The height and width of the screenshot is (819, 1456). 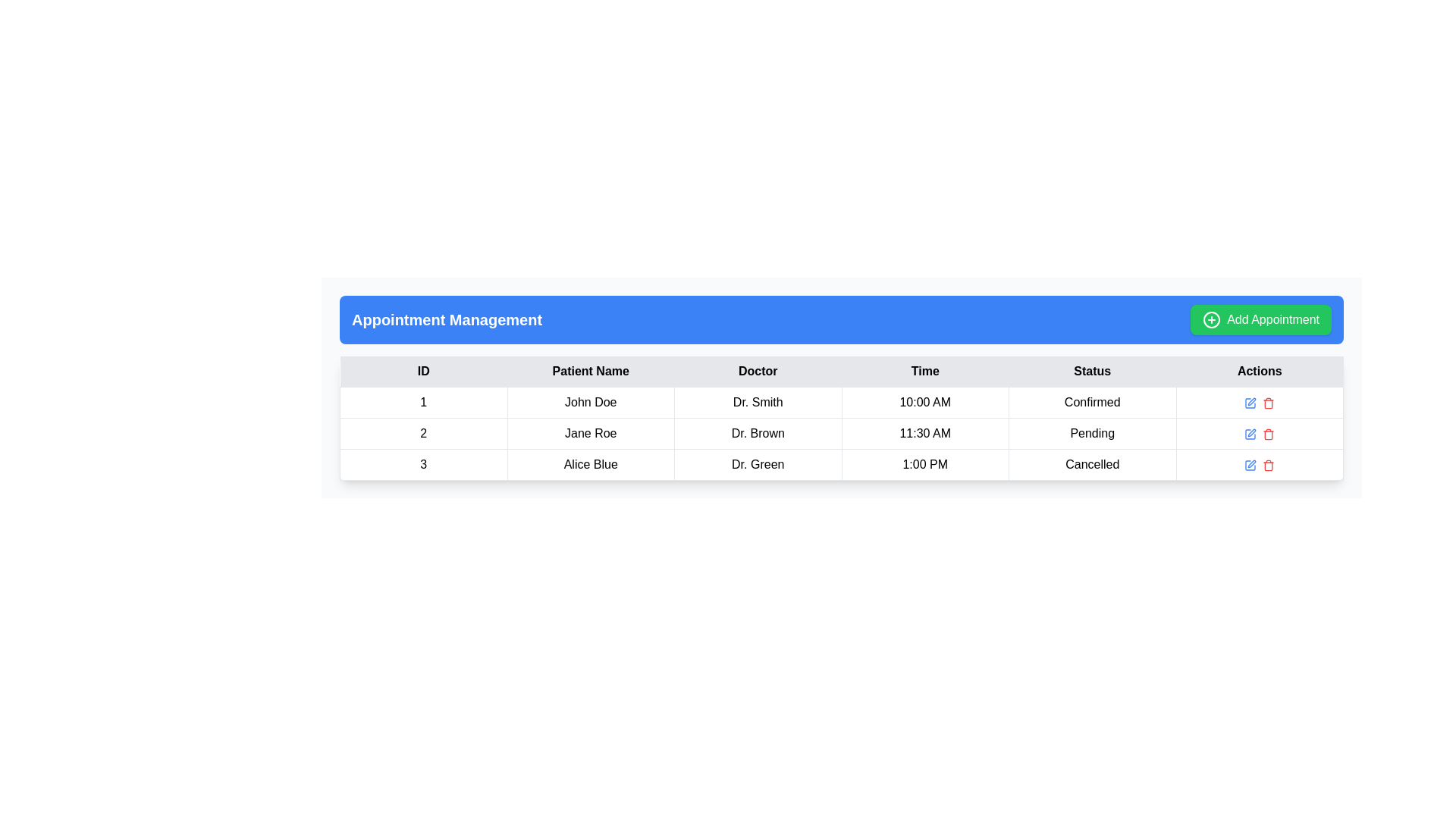 I want to click on the 'Doctor' label in the header row of the data table, which is displayed in bold black font on a light gray background, so click(x=758, y=372).